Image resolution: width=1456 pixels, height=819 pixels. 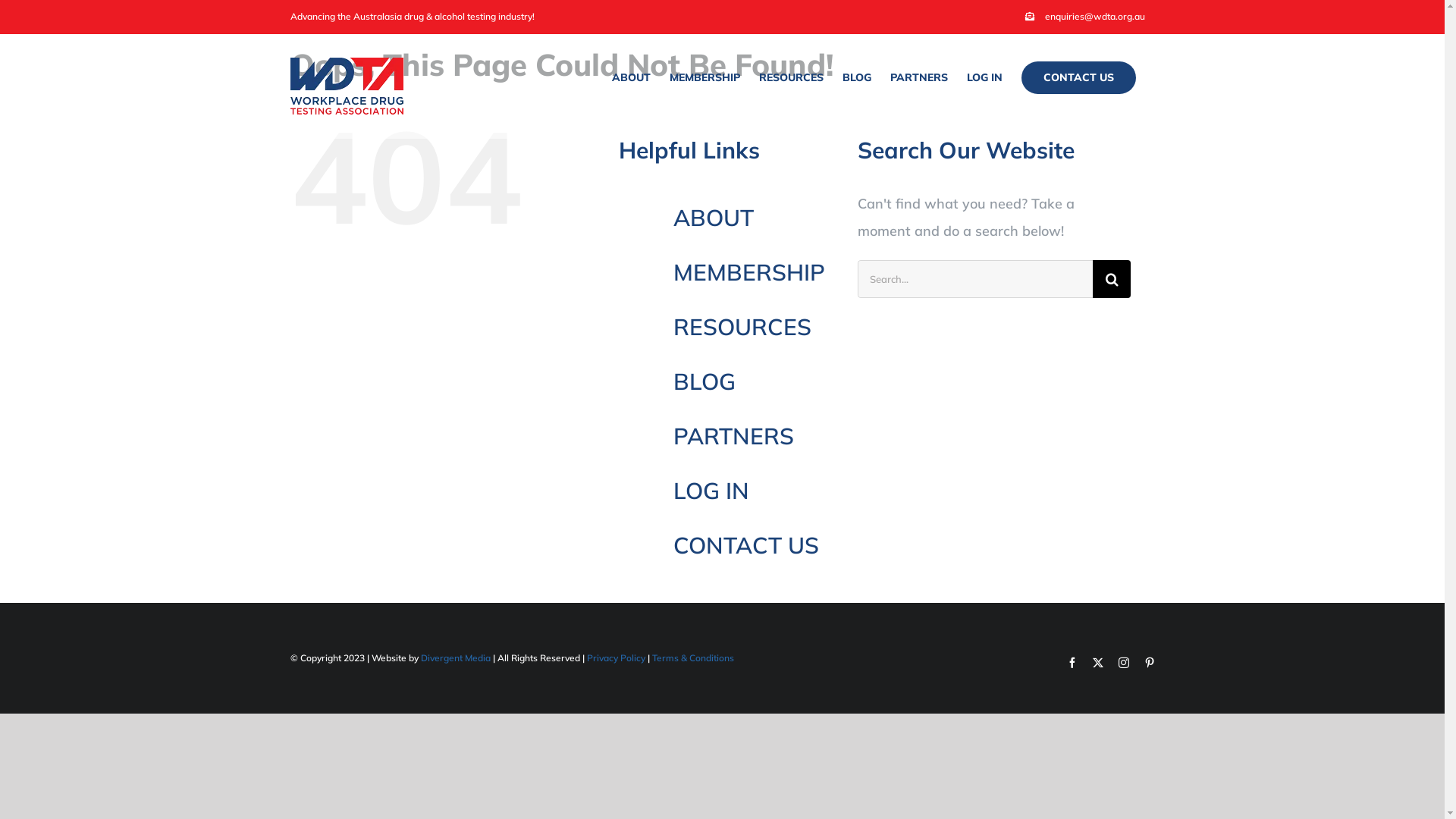 I want to click on 'LOG IN', so click(x=984, y=77).